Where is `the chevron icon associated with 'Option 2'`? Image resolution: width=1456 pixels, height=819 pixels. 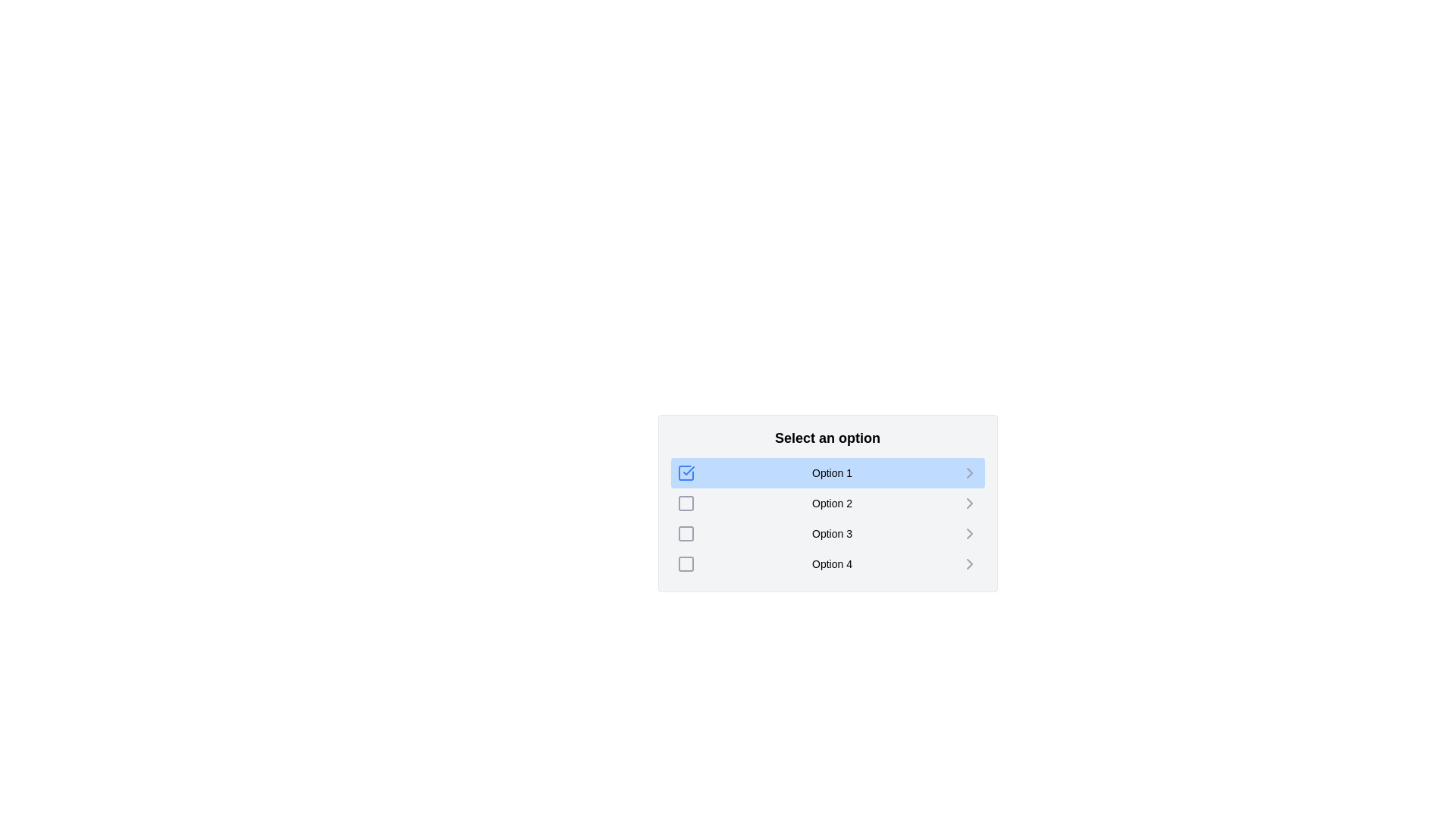
the chevron icon associated with 'Option 2' is located at coordinates (968, 503).